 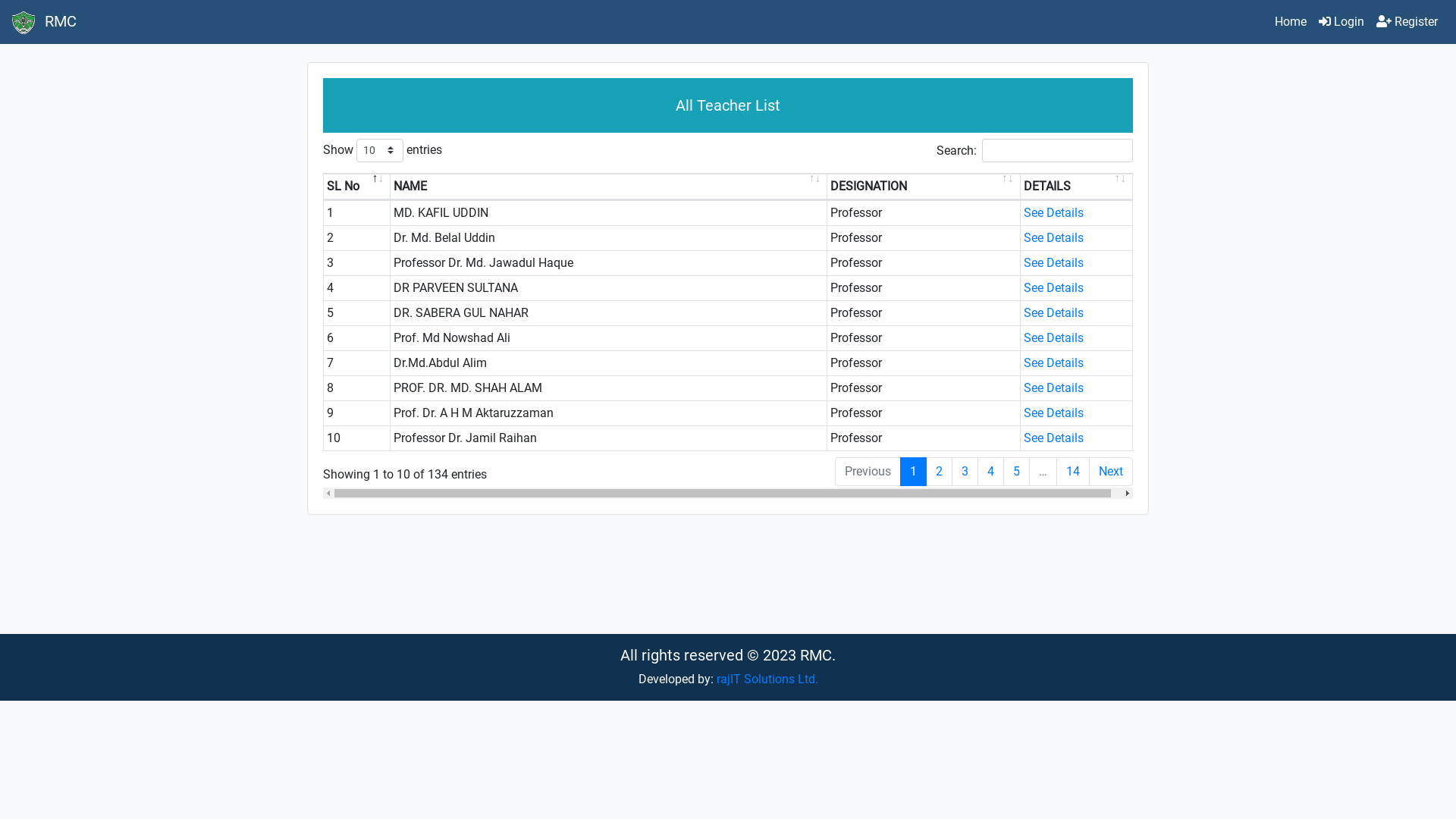 What do you see at coordinates (1053, 387) in the screenshot?
I see `'See Details'` at bounding box center [1053, 387].